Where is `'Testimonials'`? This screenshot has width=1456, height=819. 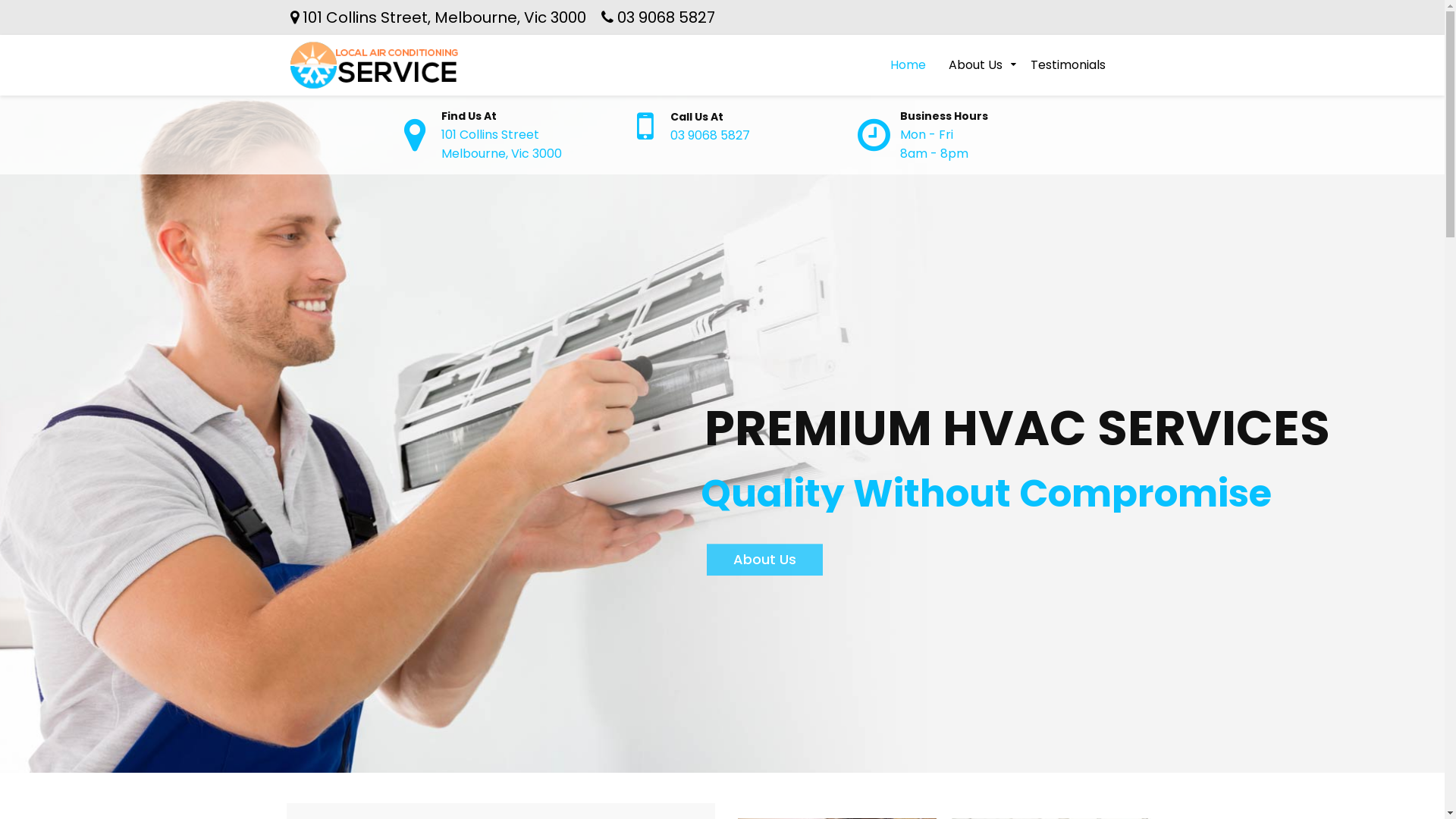
'Testimonials' is located at coordinates (1067, 64).